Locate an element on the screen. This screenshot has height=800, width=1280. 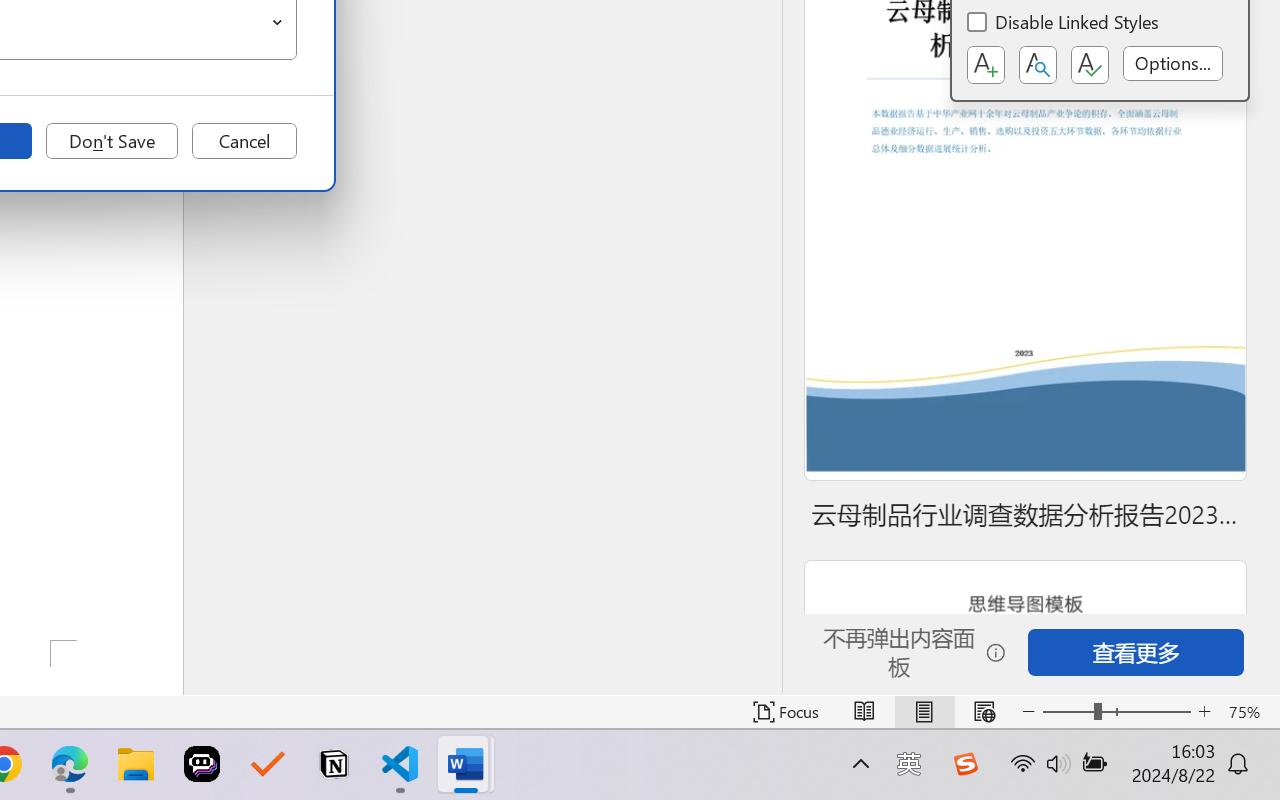
'Notion' is located at coordinates (334, 764).